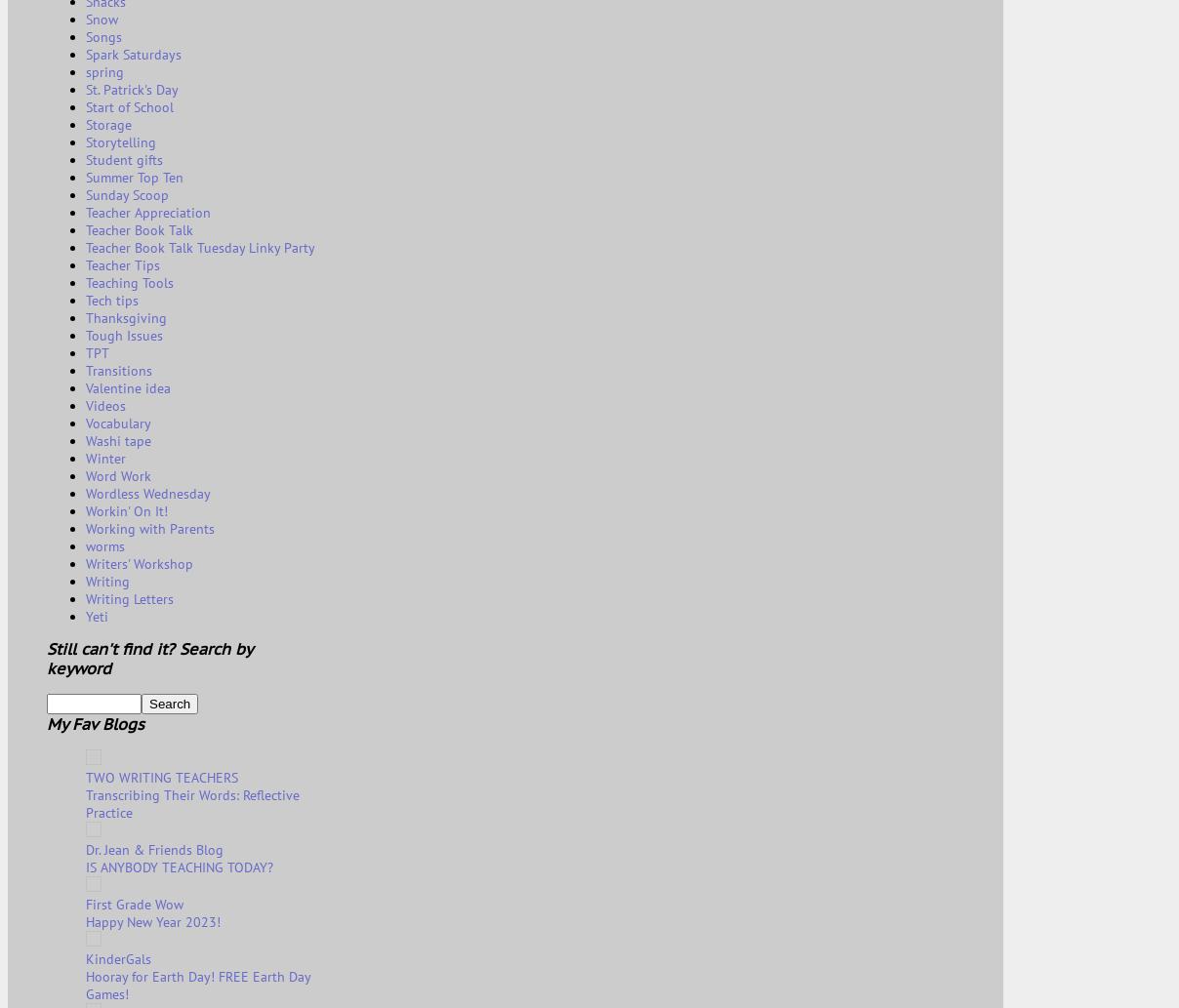 This screenshot has width=1179, height=1008. Describe the element at coordinates (84, 528) in the screenshot. I see `'Working with Parents'` at that location.